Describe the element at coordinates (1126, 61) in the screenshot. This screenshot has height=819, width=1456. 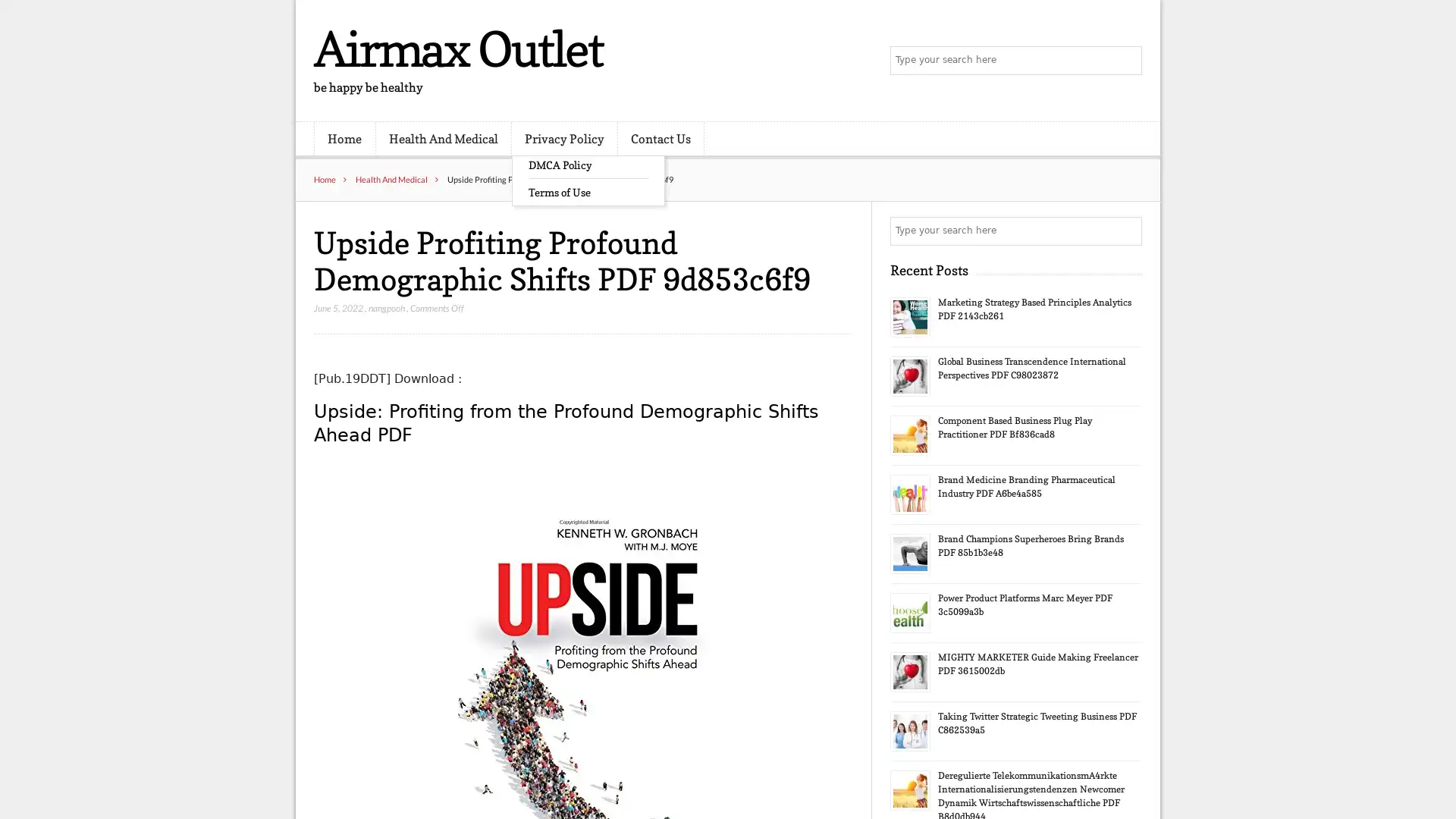
I see `Search` at that location.